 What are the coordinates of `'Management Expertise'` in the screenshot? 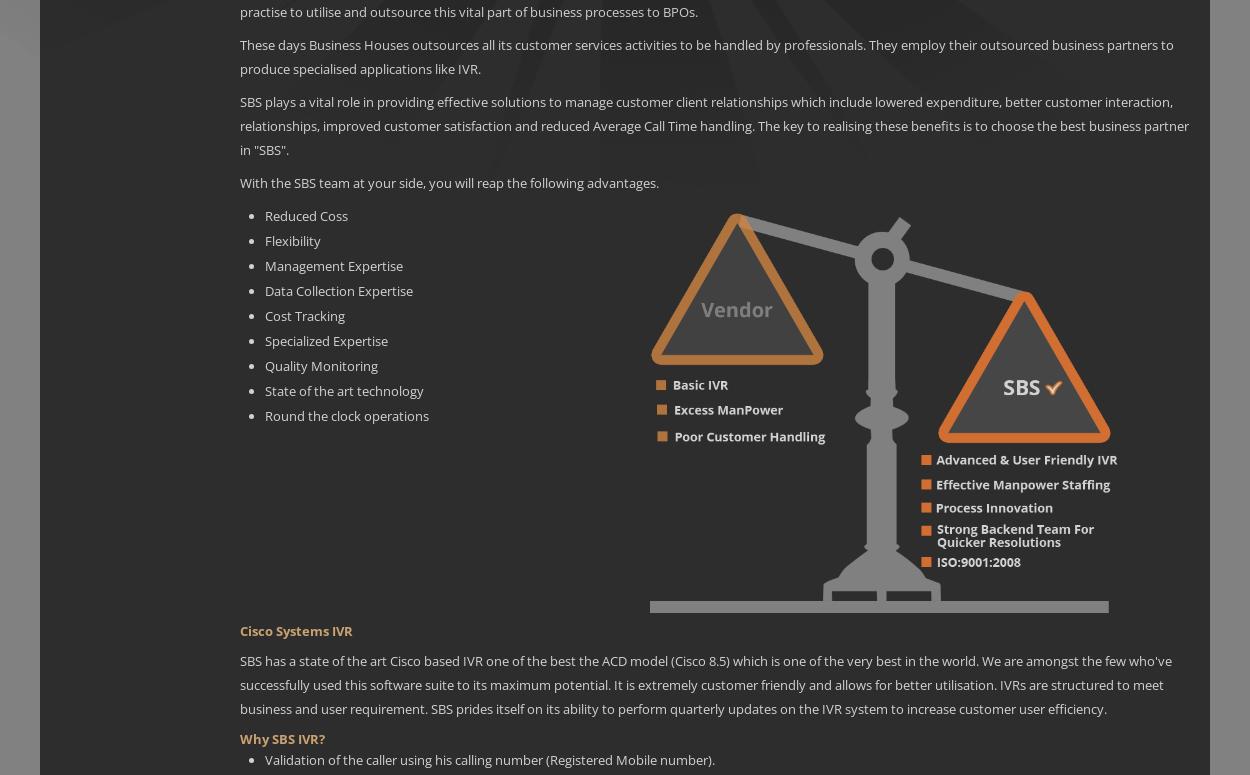 It's located at (333, 265).